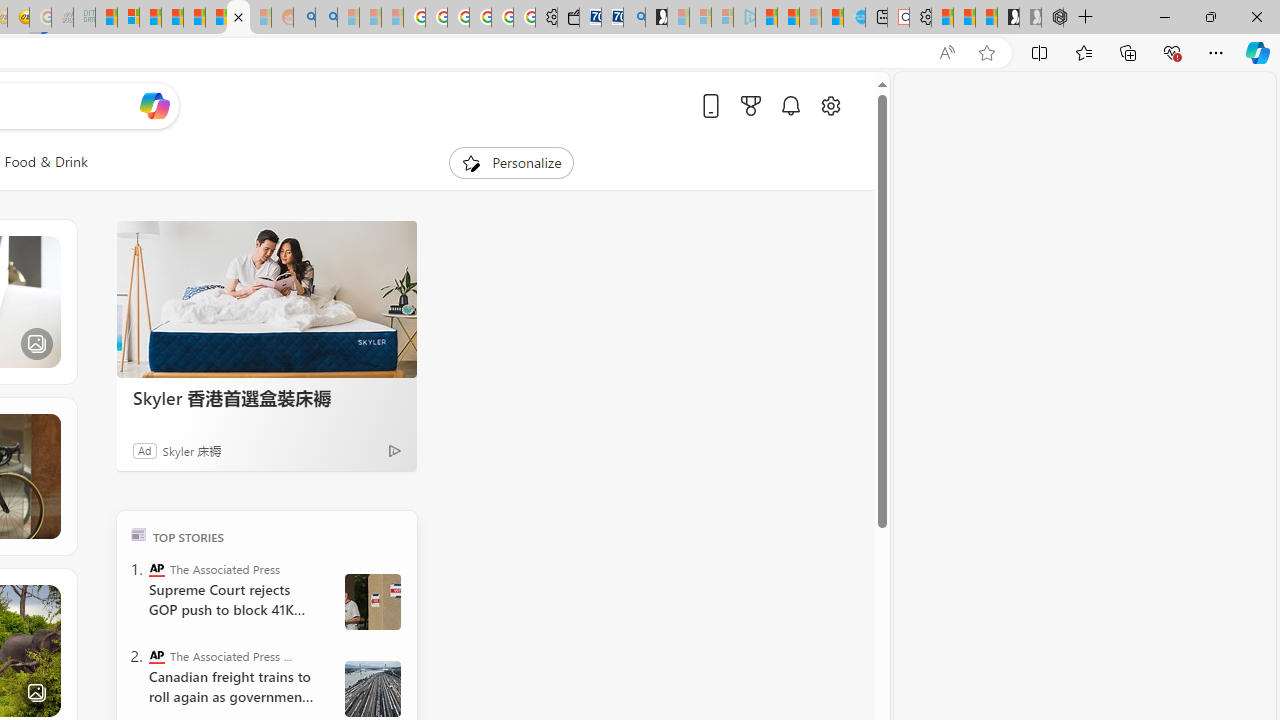  Describe the element at coordinates (137, 533) in the screenshot. I see `'TOP'` at that location.